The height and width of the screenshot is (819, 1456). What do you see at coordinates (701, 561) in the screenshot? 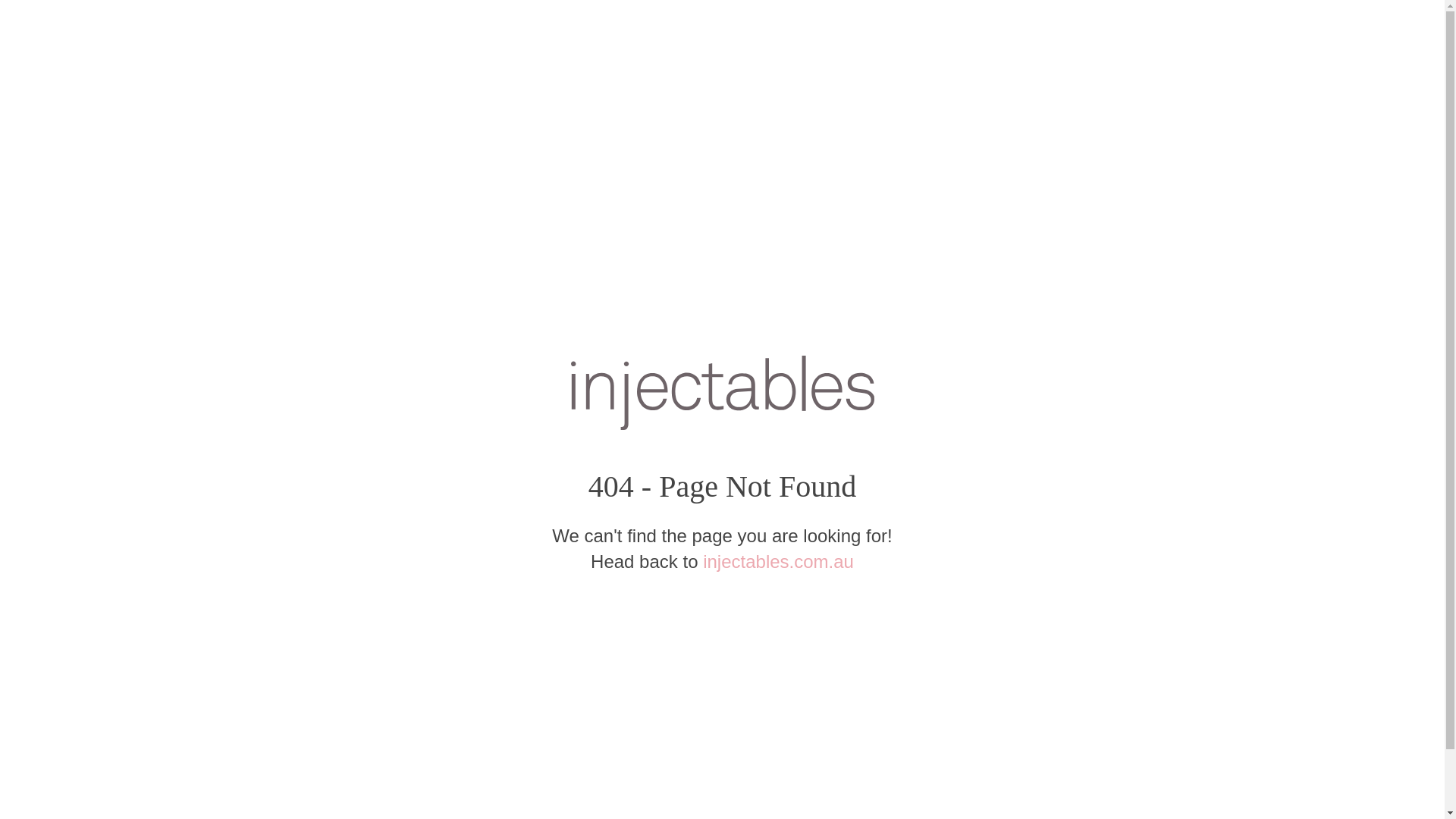
I see `'injectables.com.au'` at bounding box center [701, 561].